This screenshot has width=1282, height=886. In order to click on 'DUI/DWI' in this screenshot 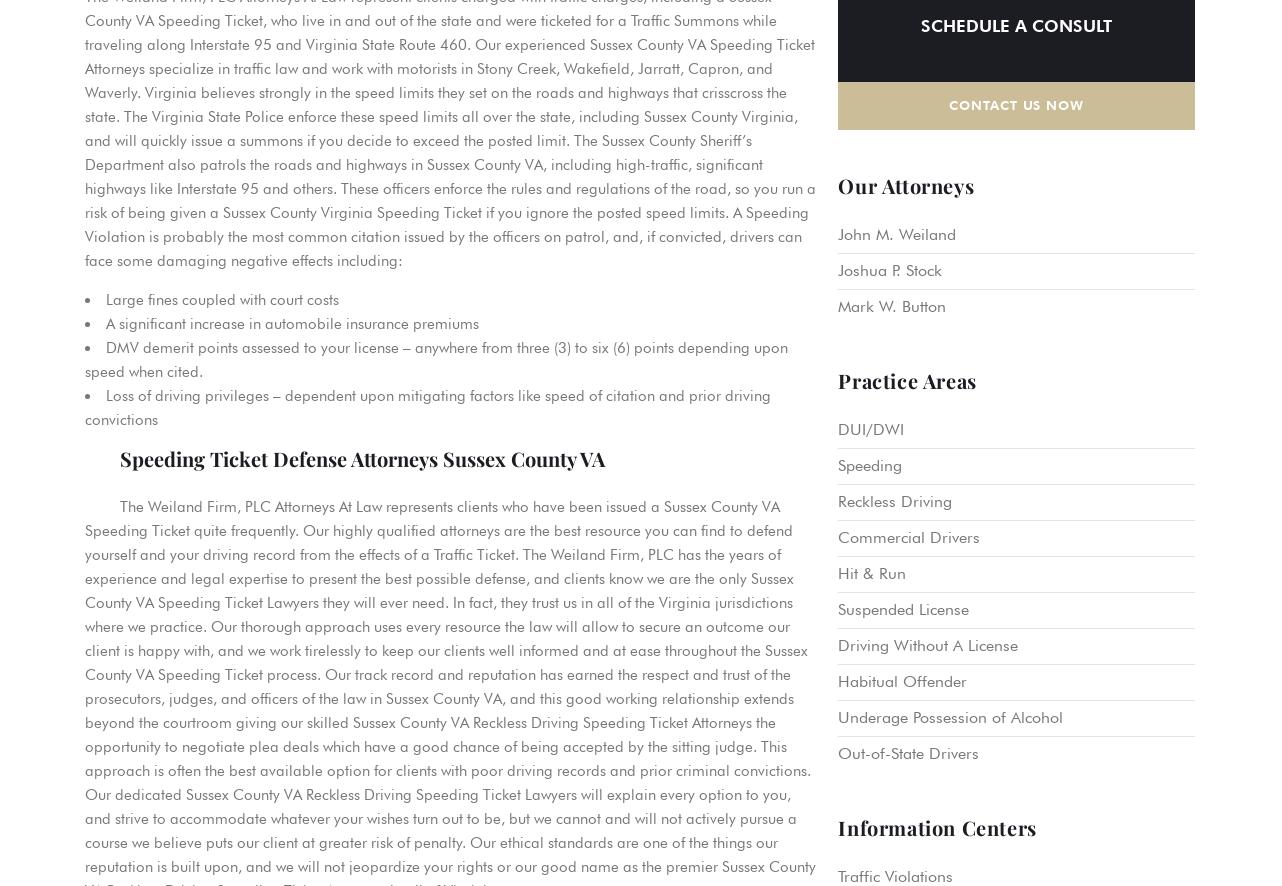, I will do `click(837, 427)`.